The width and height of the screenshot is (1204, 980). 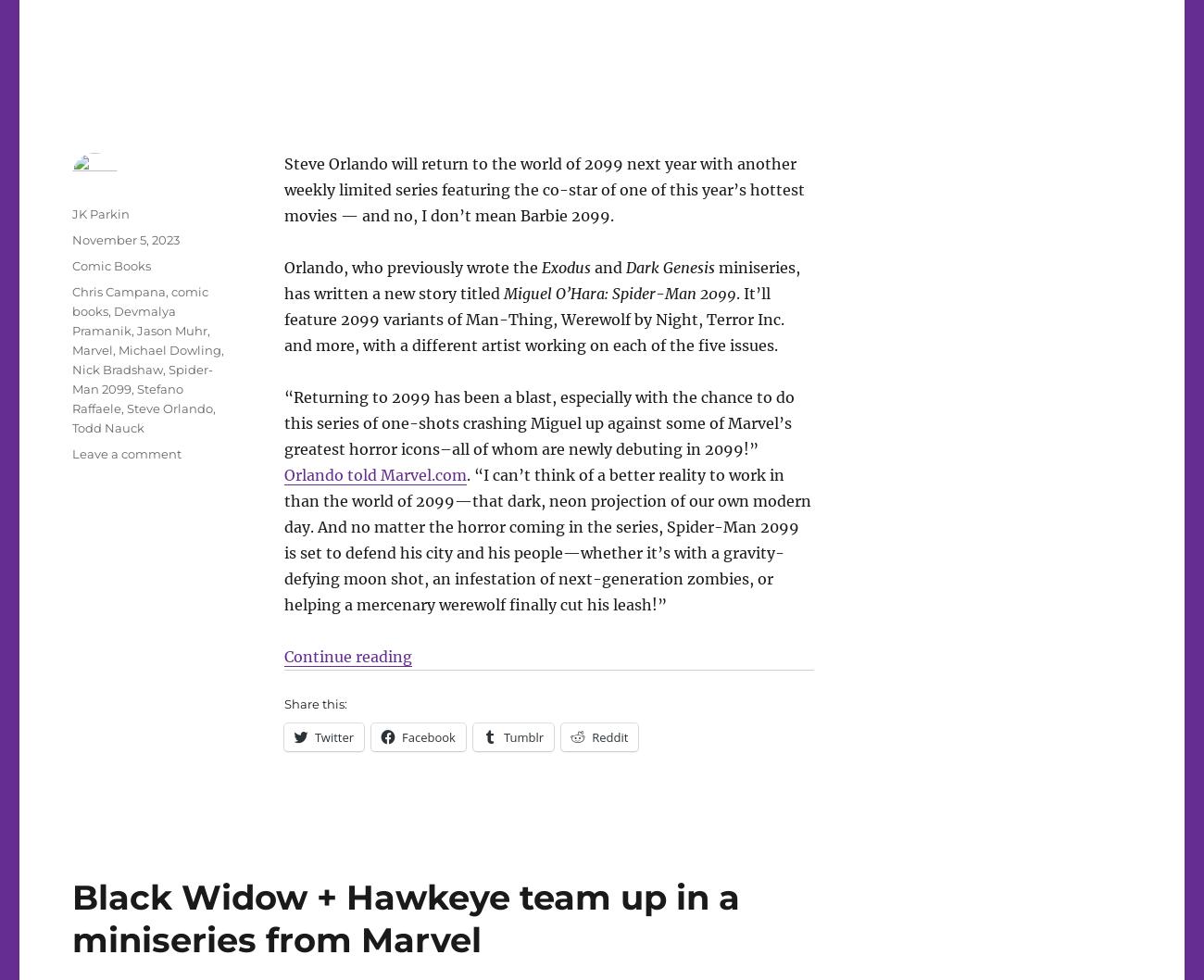 What do you see at coordinates (546, 539) in the screenshot?
I see `'. “I can’t think of a better reality to work in than the world of 2099—that dark, neon projection of our own modern day. And no matter the horror coming in the series, Spider-Man 2099 is set to defend his city and his people—whether it’s with a gravity-defying moon shot, an infestation of next-generation zombies, or helping a mercenary werewolf finally cut his leash!”'` at bounding box center [546, 539].